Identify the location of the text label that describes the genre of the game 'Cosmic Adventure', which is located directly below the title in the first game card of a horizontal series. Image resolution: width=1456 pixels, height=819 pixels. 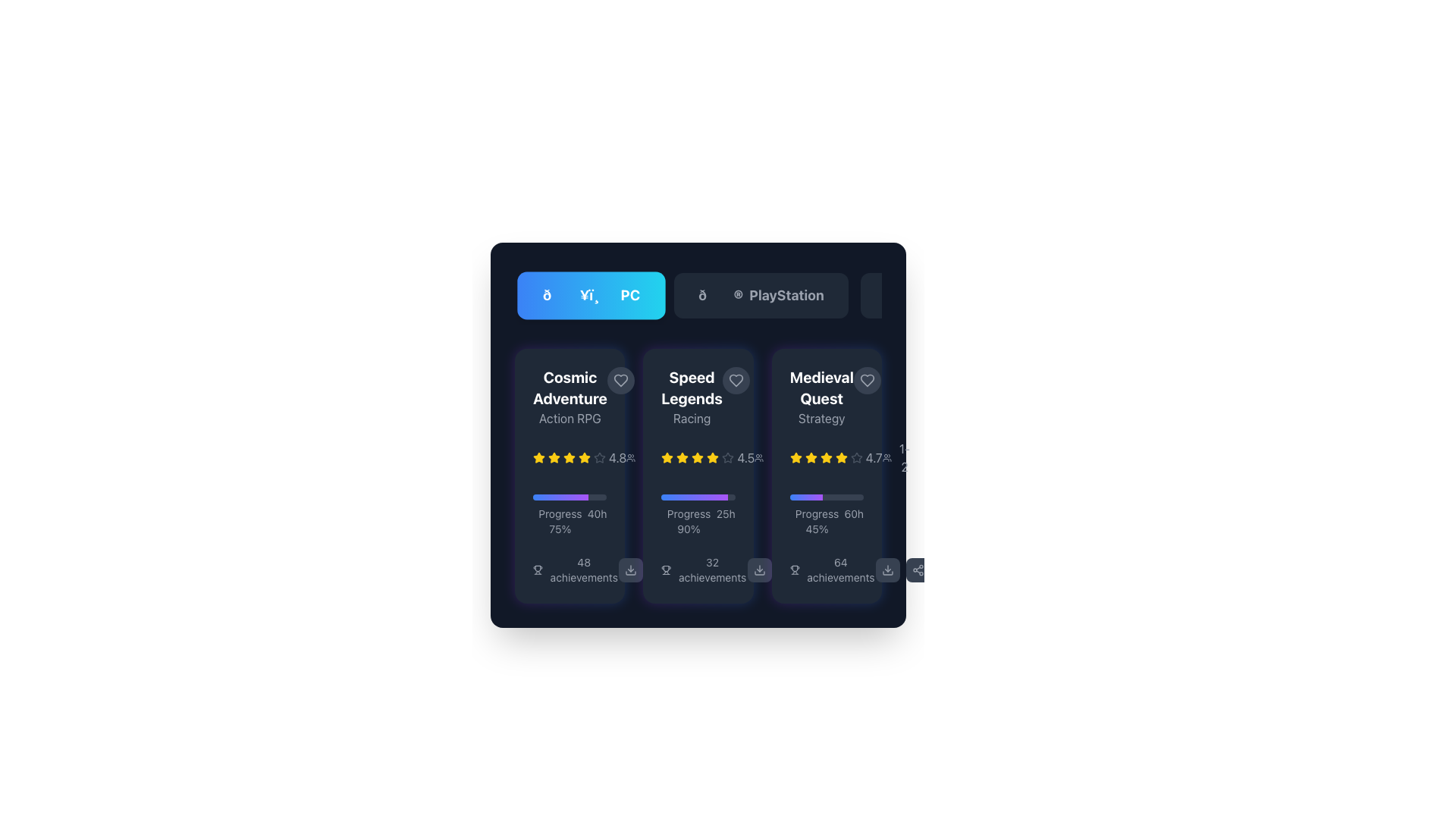
(569, 418).